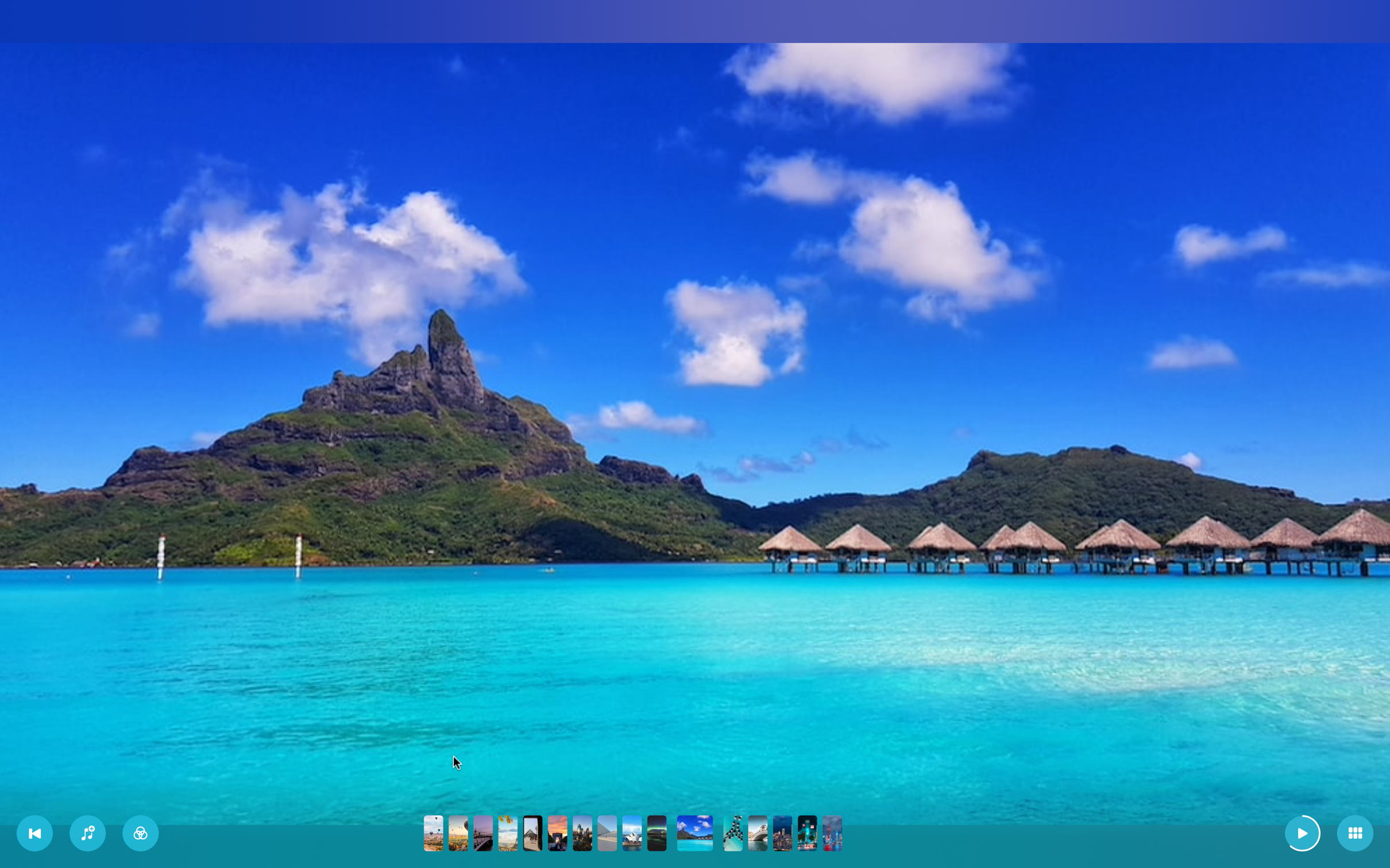 Image resolution: width=1390 pixels, height=868 pixels. I want to click on Enable the tile interface, so click(1355, 834).